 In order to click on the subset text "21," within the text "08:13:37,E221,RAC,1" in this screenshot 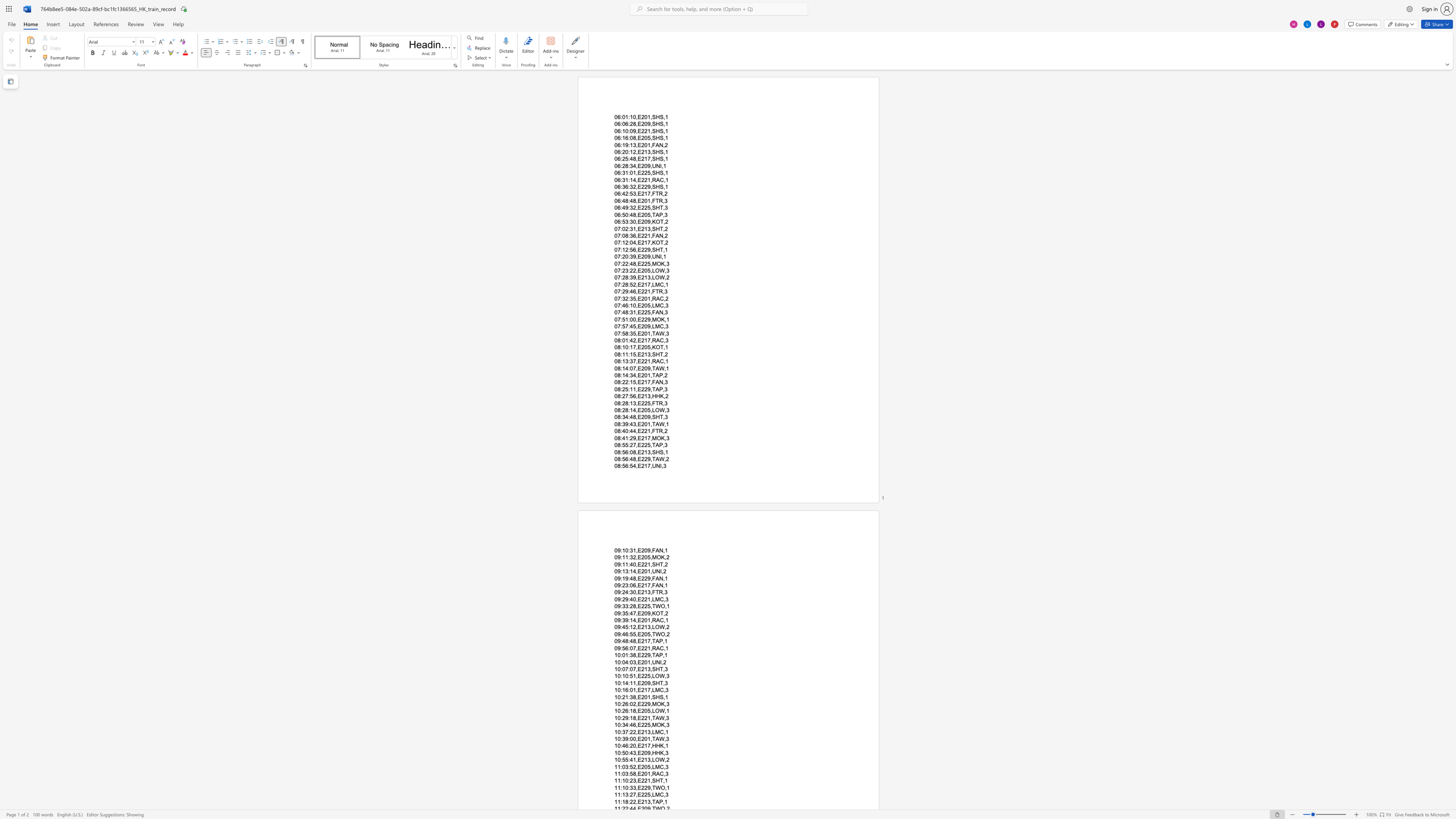, I will do `click(643, 361)`.